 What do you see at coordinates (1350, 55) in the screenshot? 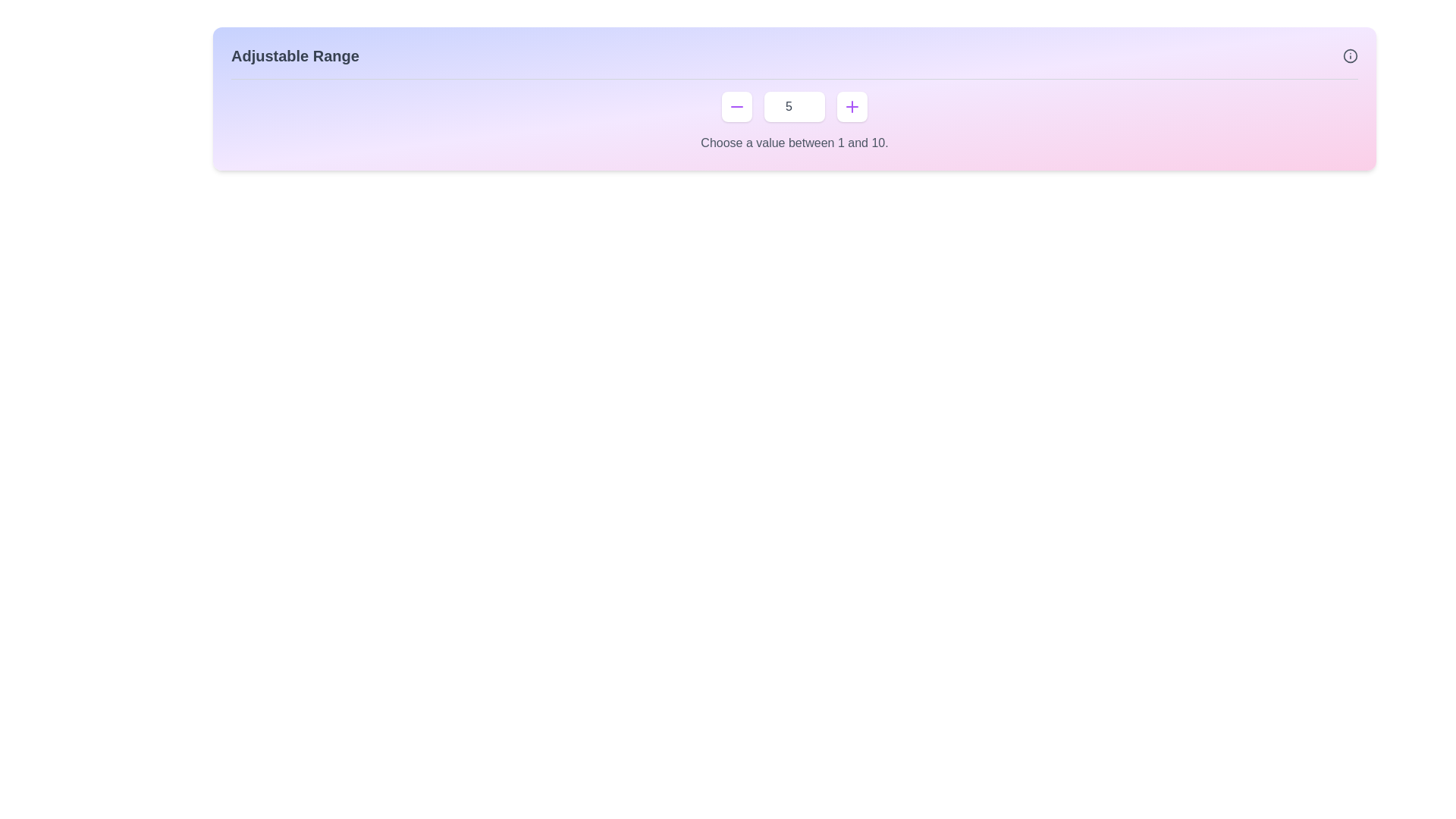
I see `the circular icon with an 'i' information symbol, which is styled with a gray outline and located on the far right of the 'Adjustable Range' header section` at bounding box center [1350, 55].